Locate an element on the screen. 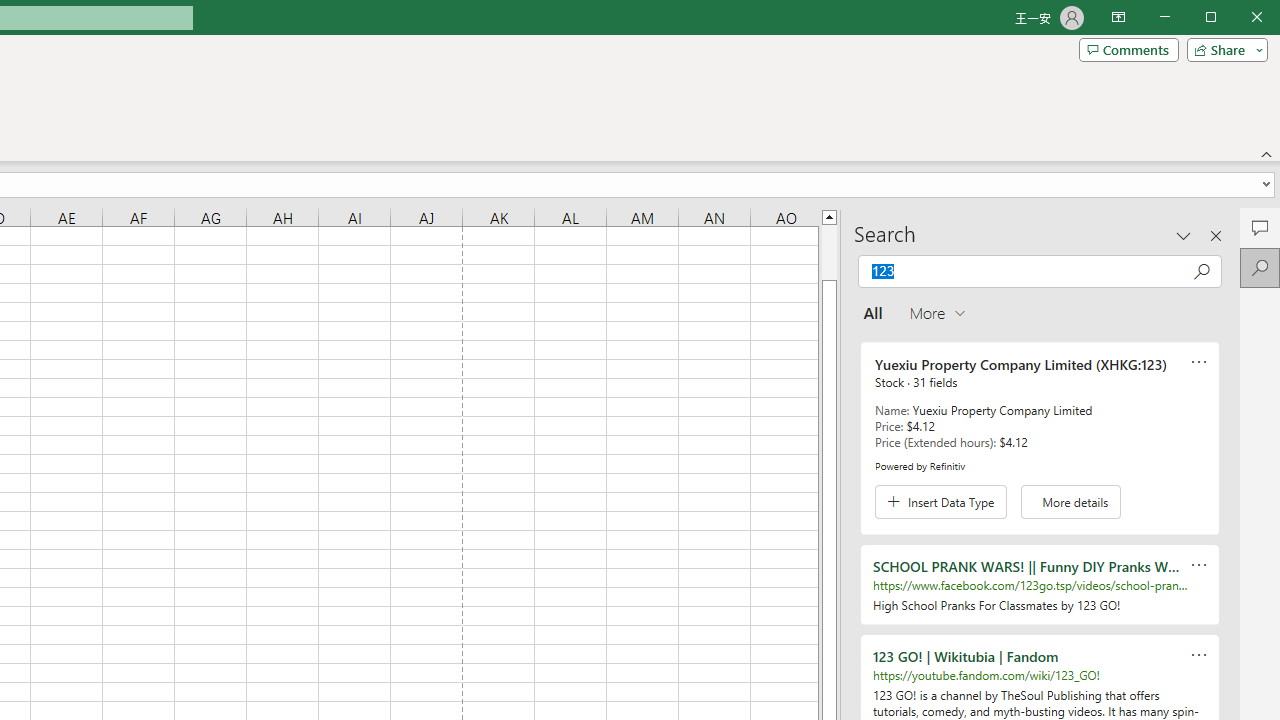  'Collapse the Ribbon' is located at coordinates (1266, 153).